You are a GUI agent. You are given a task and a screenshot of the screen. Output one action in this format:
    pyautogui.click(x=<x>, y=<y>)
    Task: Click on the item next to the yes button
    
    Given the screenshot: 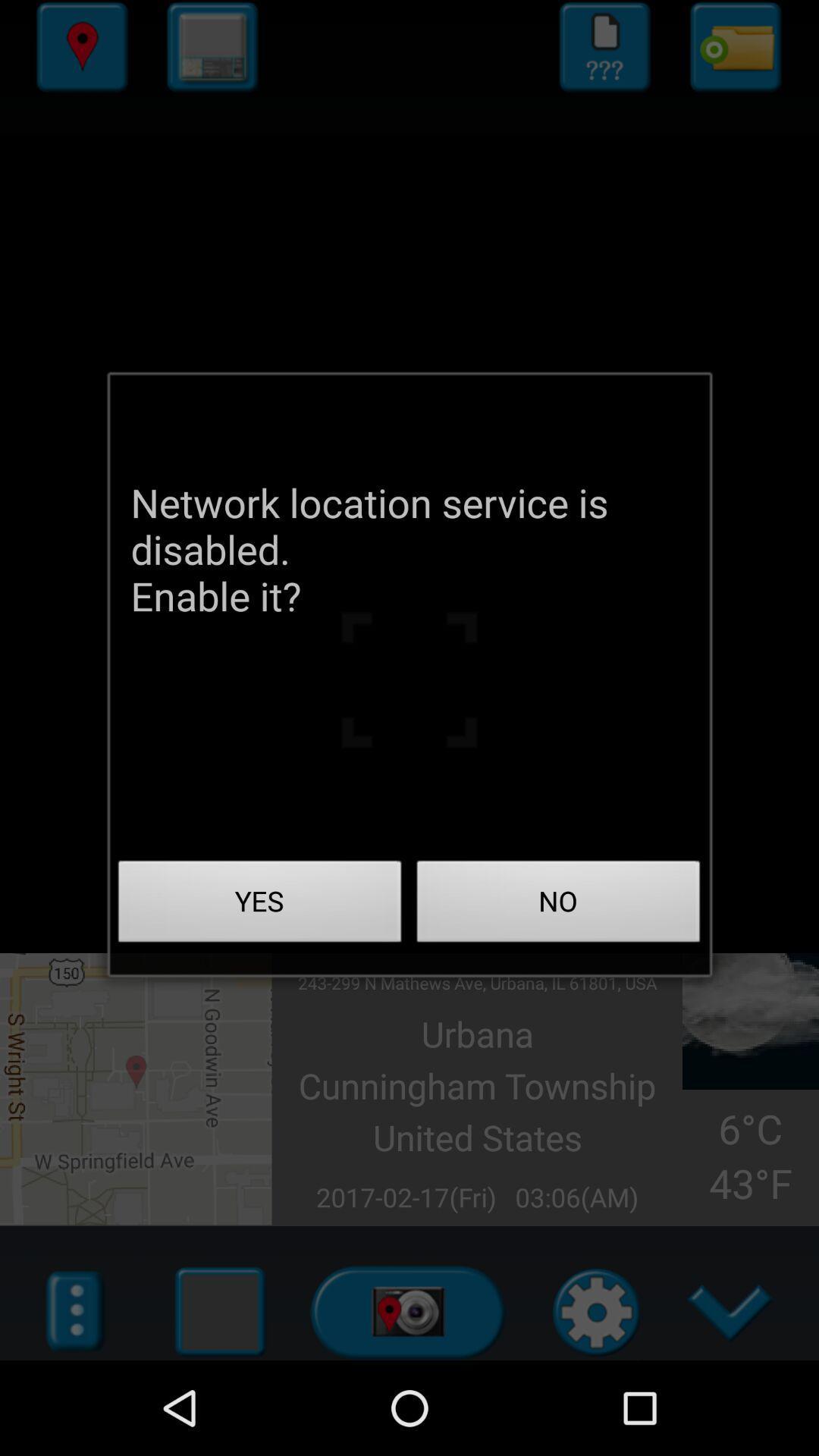 What is the action you would take?
    pyautogui.click(x=558, y=905)
    